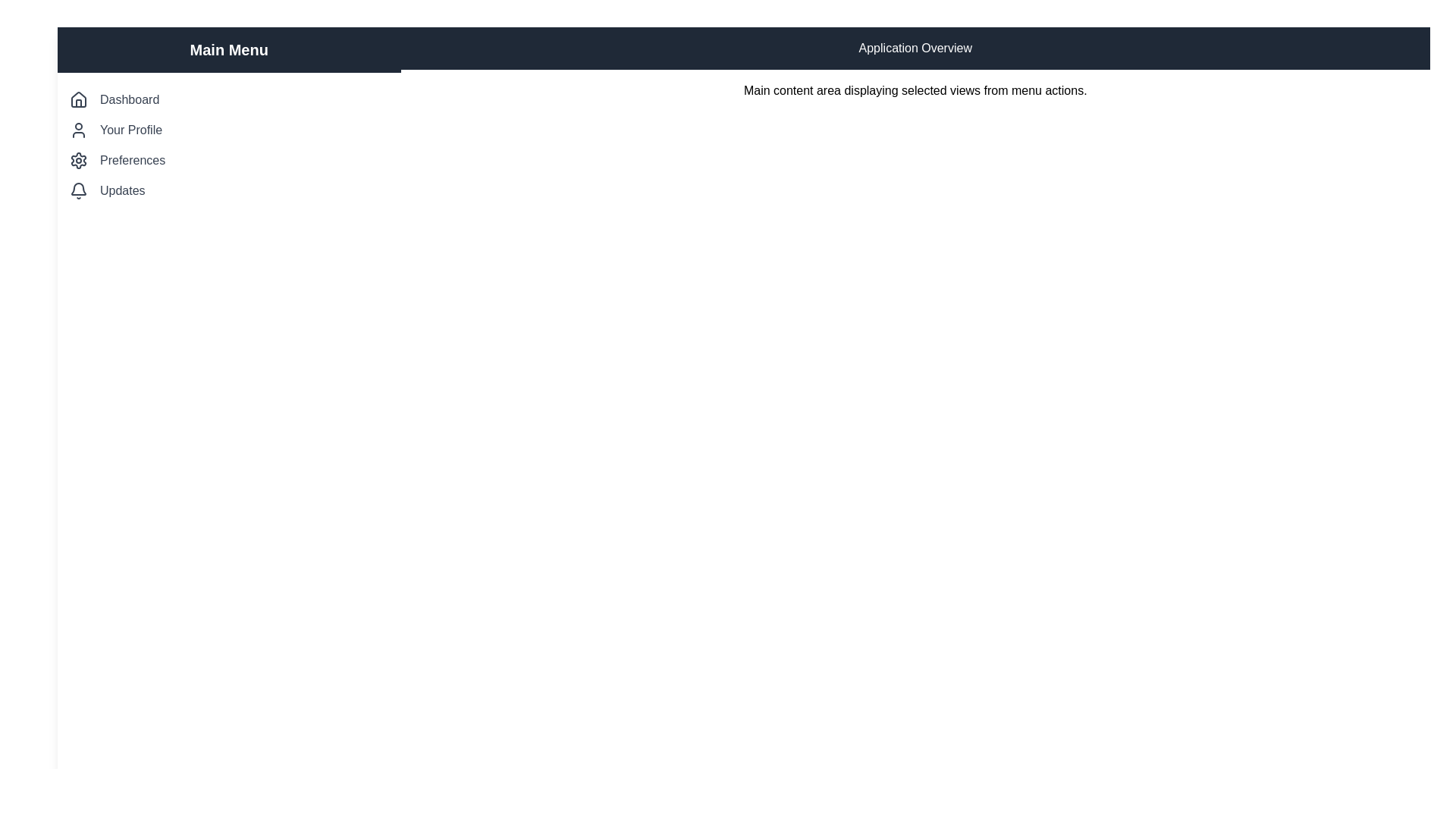 The height and width of the screenshot is (819, 1456). What do you see at coordinates (78, 99) in the screenshot?
I see `the 'Dashboard' icon located in the left-side vertical menu` at bounding box center [78, 99].